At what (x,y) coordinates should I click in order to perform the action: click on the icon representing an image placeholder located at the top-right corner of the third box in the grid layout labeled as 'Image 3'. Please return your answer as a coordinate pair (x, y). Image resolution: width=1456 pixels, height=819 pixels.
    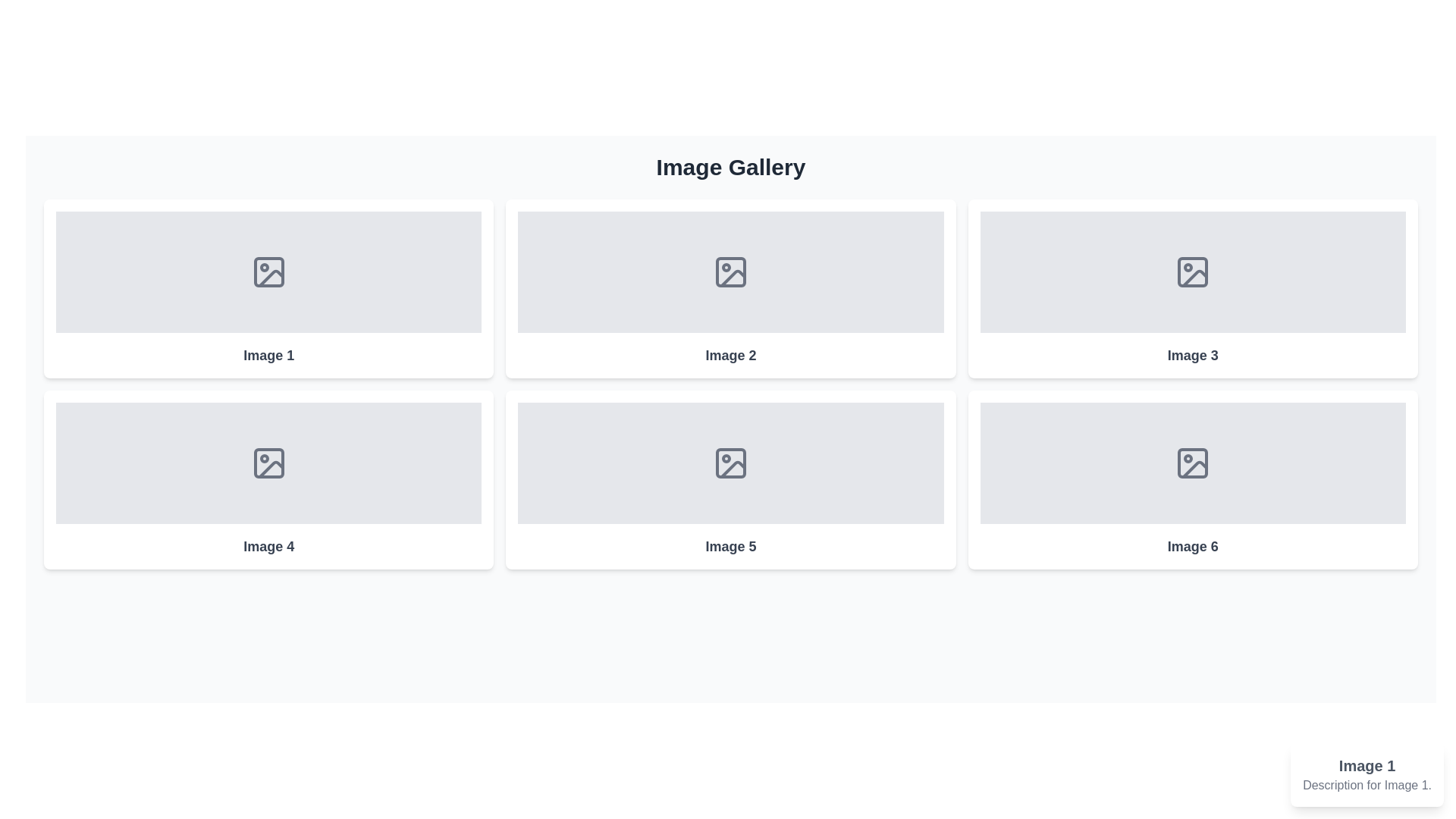
    Looking at the image, I should click on (1192, 271).